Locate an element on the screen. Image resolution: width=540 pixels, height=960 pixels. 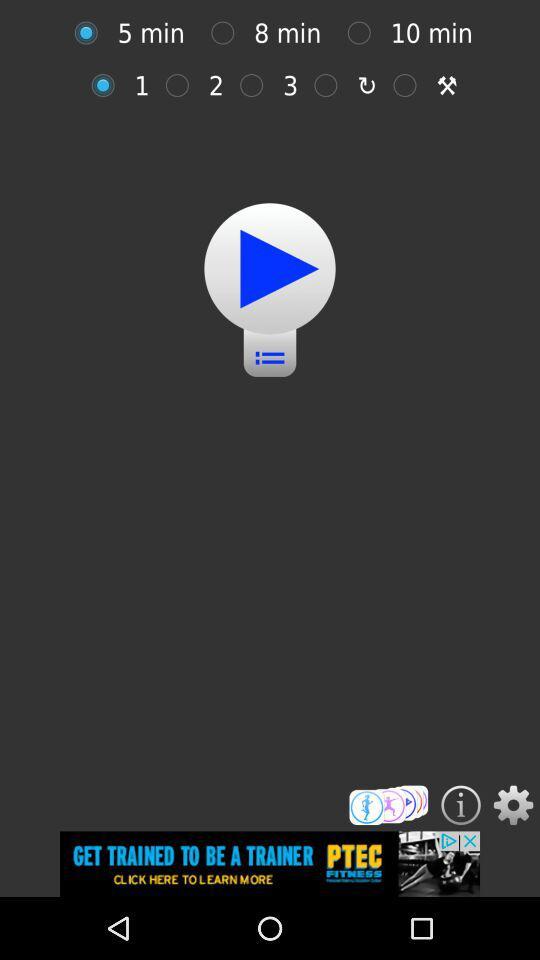
tools is located at coordinates (409, 85).